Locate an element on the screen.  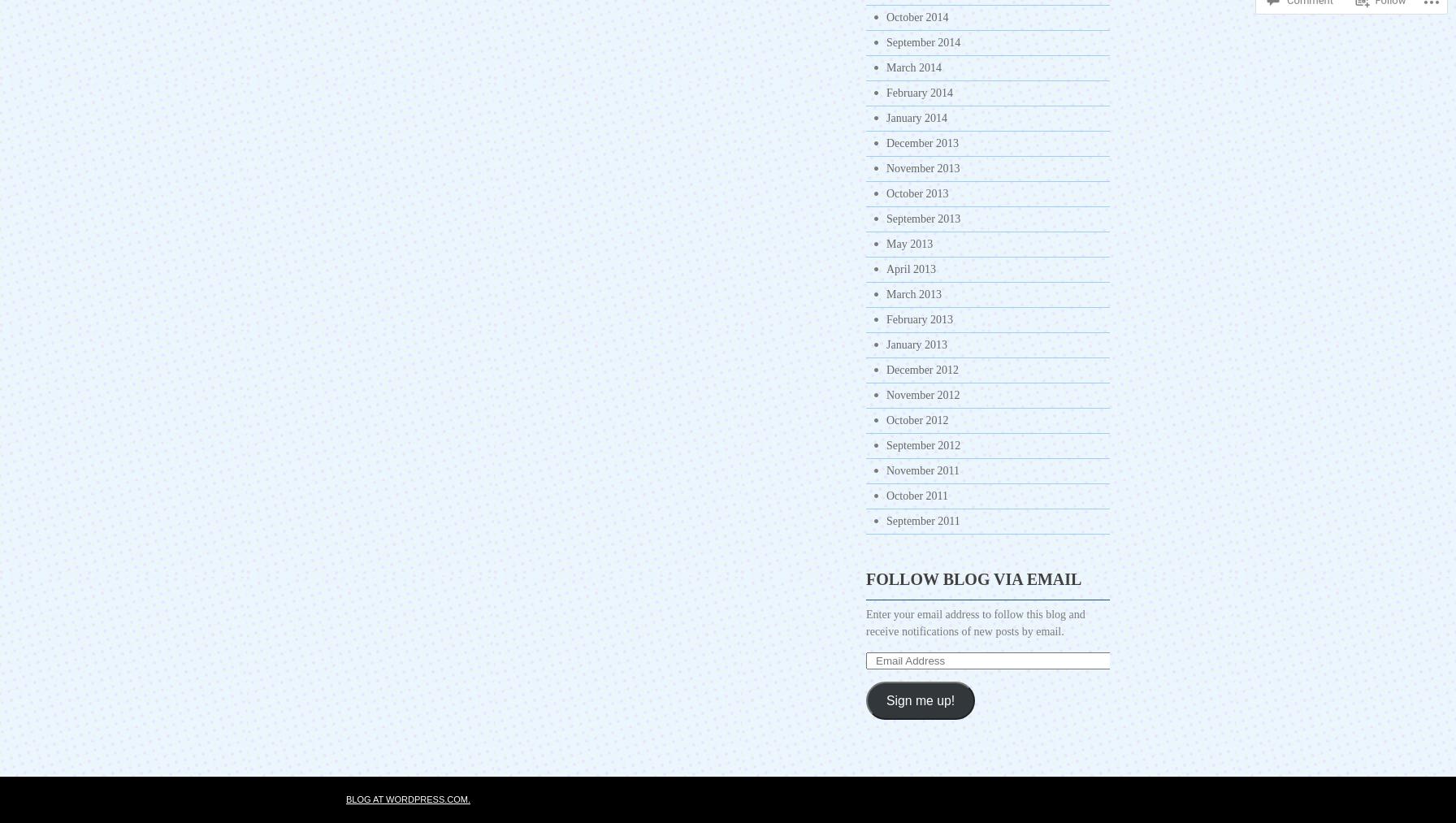
'March 2013' is located at coordinates (914, 294).